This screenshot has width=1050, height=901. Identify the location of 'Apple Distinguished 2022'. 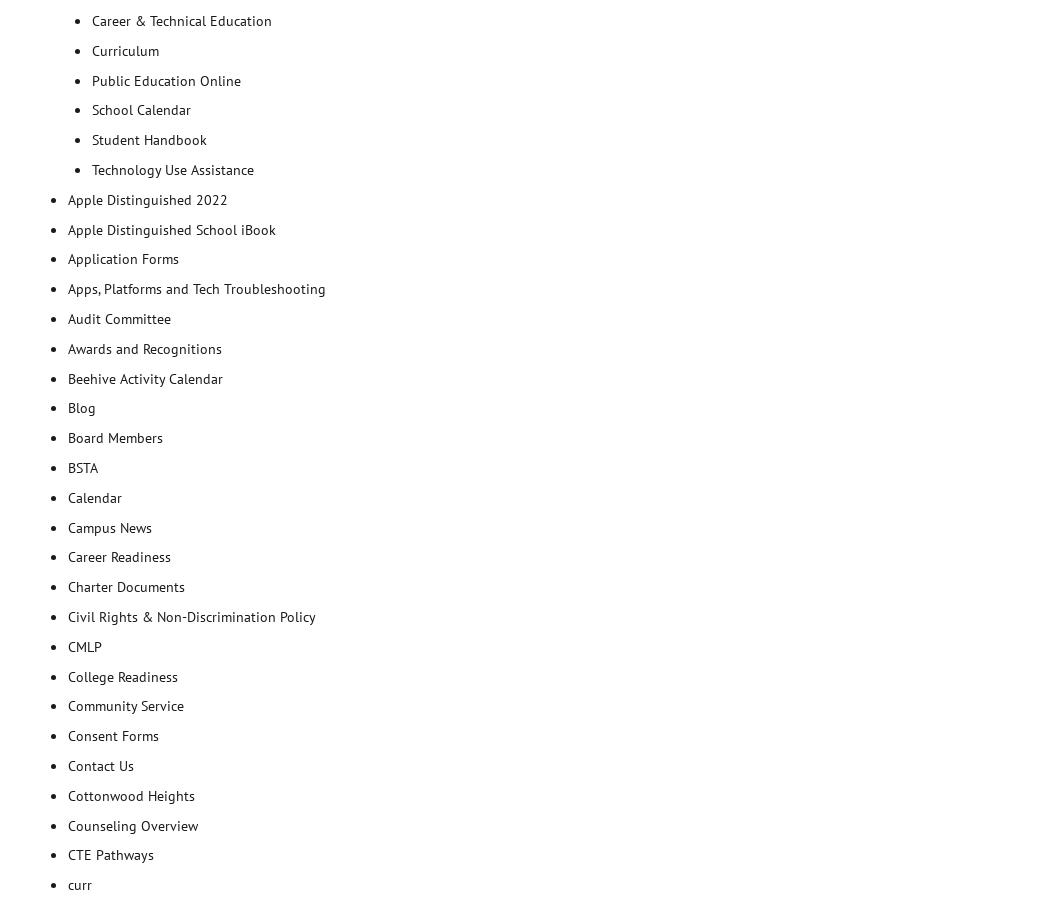
(147, 198).